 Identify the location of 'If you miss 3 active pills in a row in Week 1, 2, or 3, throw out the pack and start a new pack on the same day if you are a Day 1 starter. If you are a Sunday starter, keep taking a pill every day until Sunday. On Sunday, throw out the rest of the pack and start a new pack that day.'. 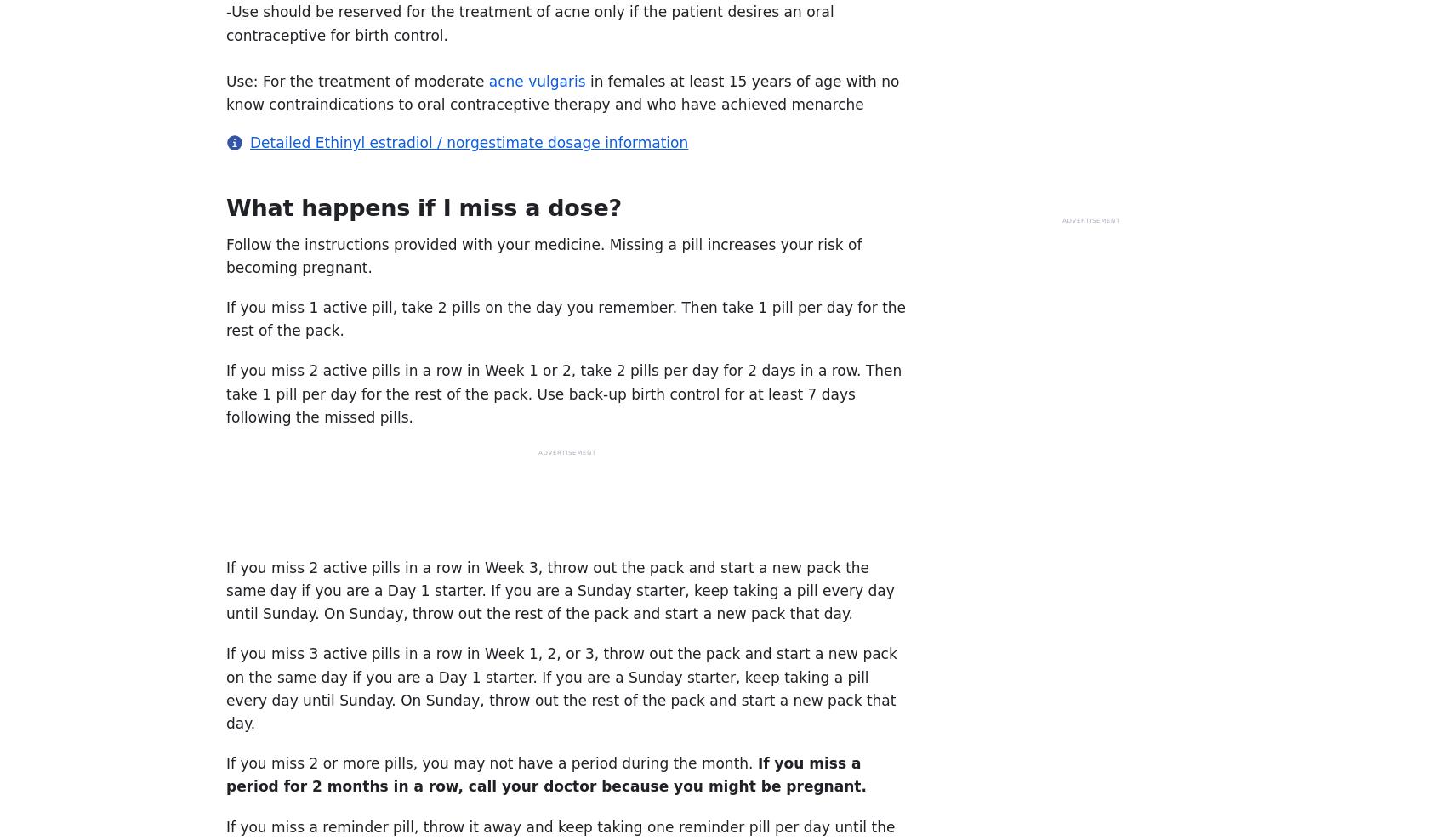
(226, 688).